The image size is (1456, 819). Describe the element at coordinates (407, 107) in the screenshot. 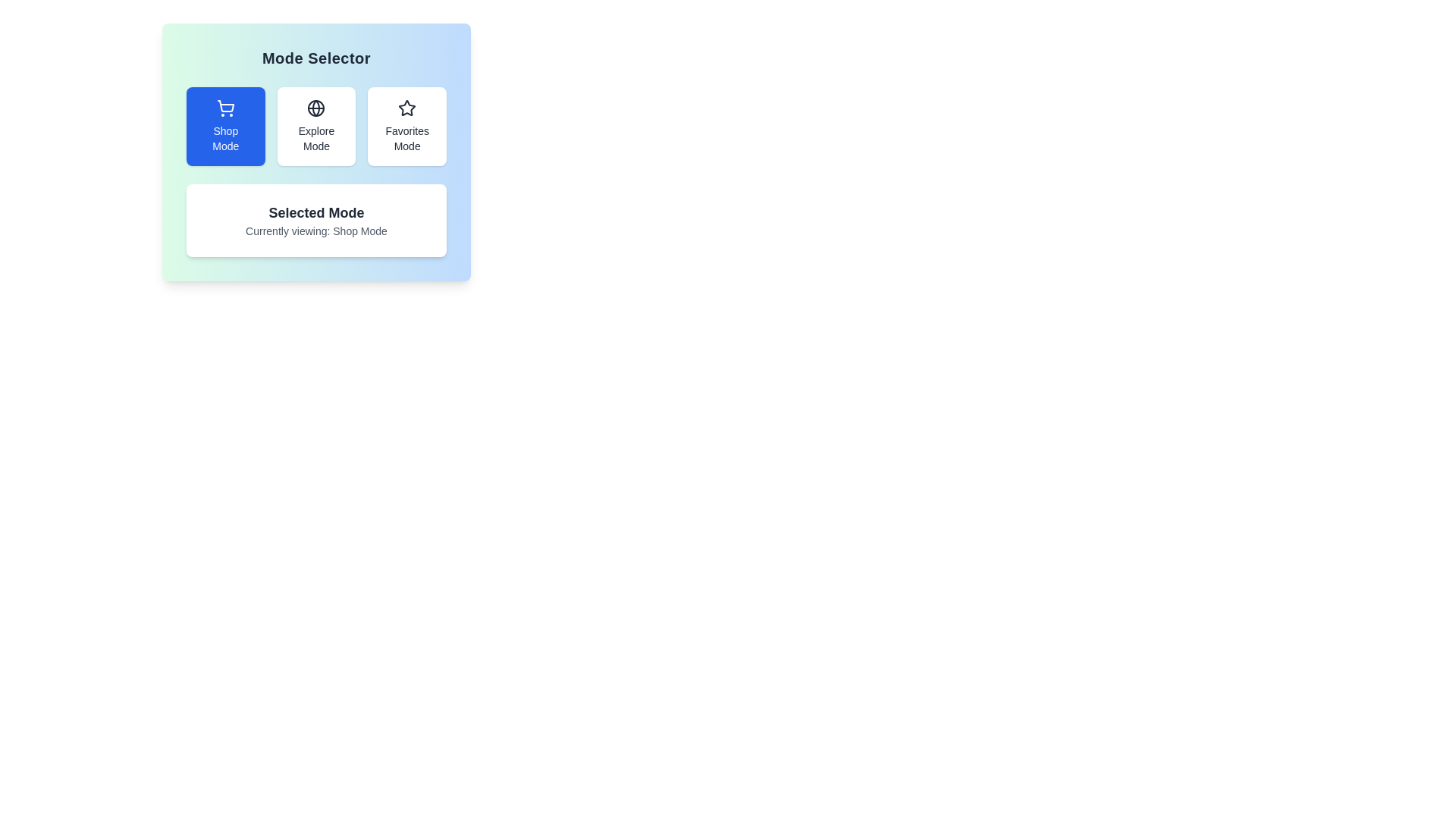

I see `the star icon with a hollow interior and black outline, located inside the 'Favorites Mode' button of the 'Mode Selector' component` at that location.